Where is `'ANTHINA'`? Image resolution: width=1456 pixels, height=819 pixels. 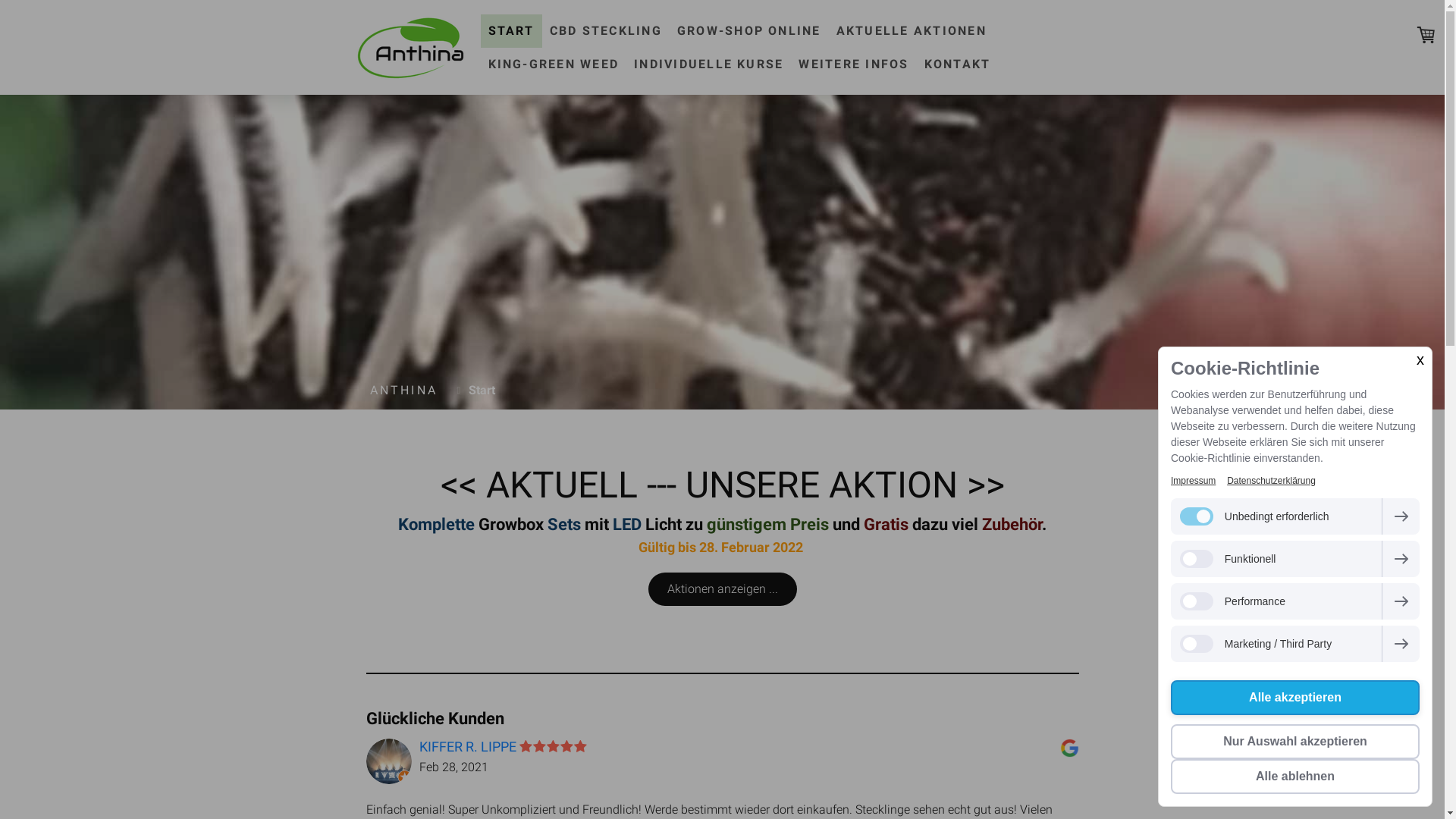
'ANTHINA' is located at coordinates (403, 390).